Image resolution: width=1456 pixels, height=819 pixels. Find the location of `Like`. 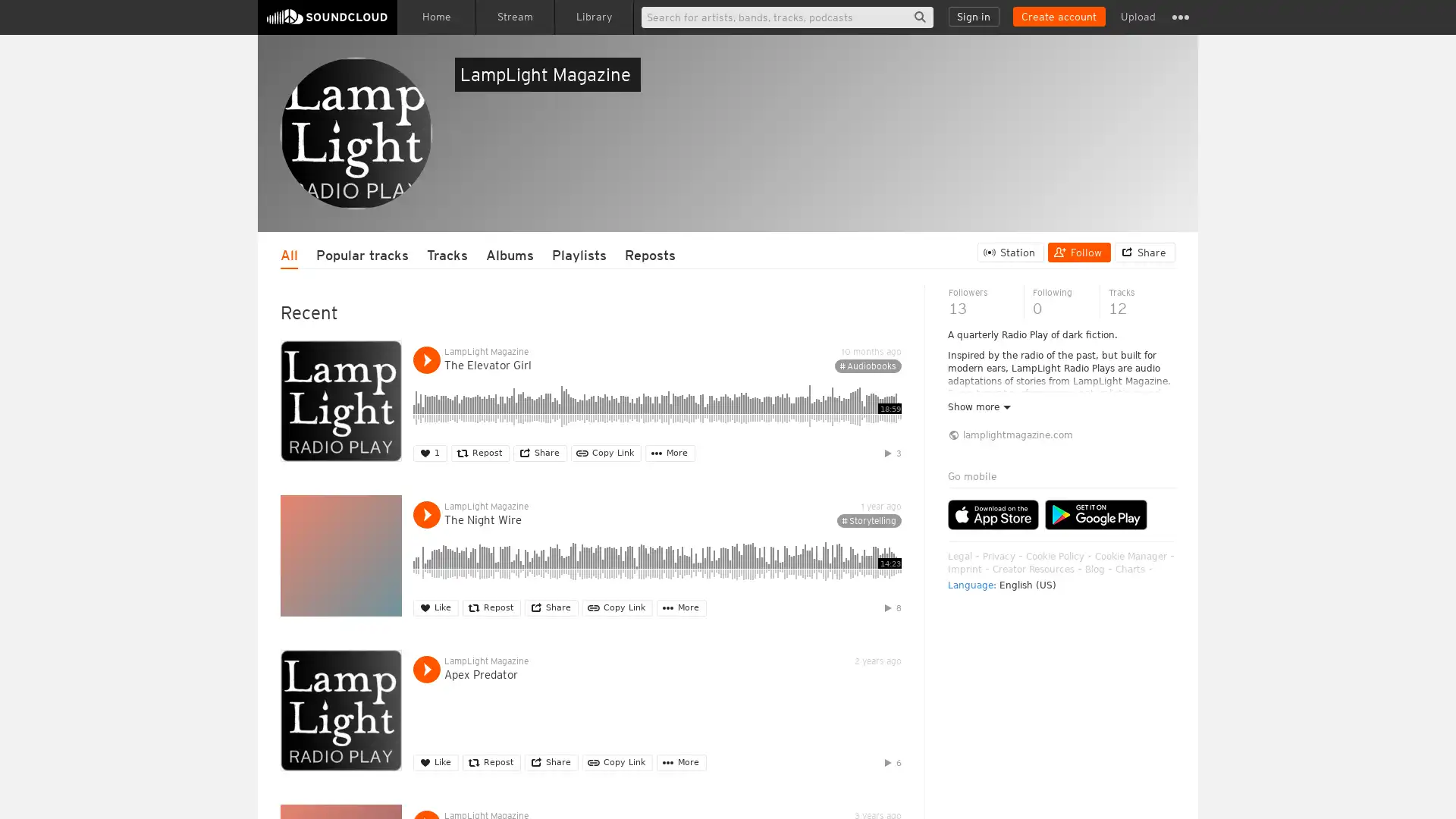

Like is located at coordinates (435, 762).